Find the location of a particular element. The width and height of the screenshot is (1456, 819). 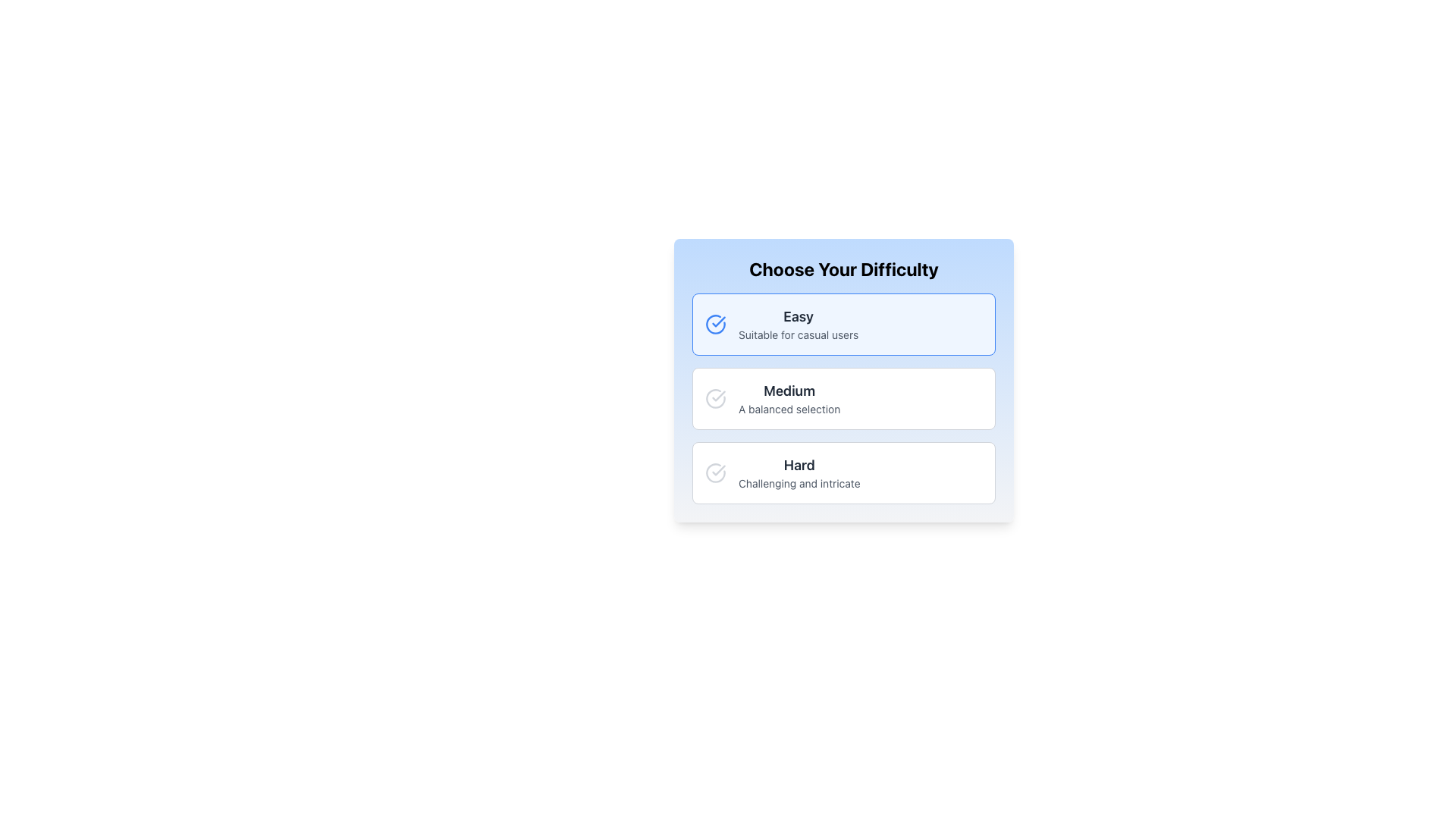

the text label reading 'Hard', which is styled in bold and large font, located below the heading 'Choose Your Difficulty' in the third selectable option of the difficulty selection list is located at coordinates (799, 464).